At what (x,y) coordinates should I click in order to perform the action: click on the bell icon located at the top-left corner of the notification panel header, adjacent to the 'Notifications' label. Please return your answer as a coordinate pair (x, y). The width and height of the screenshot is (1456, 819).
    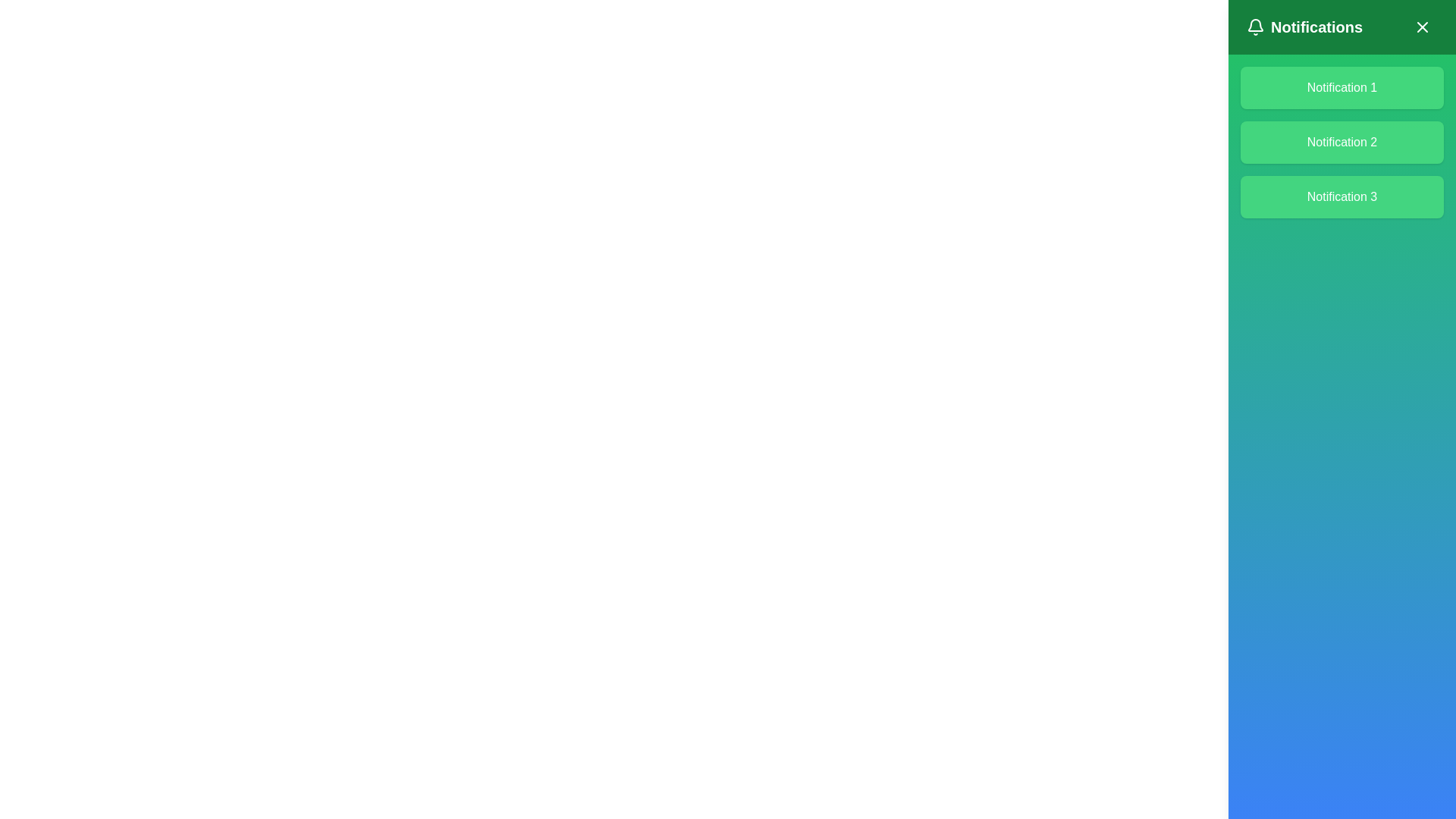
    Looking at the image, I should click on (1256, 27).